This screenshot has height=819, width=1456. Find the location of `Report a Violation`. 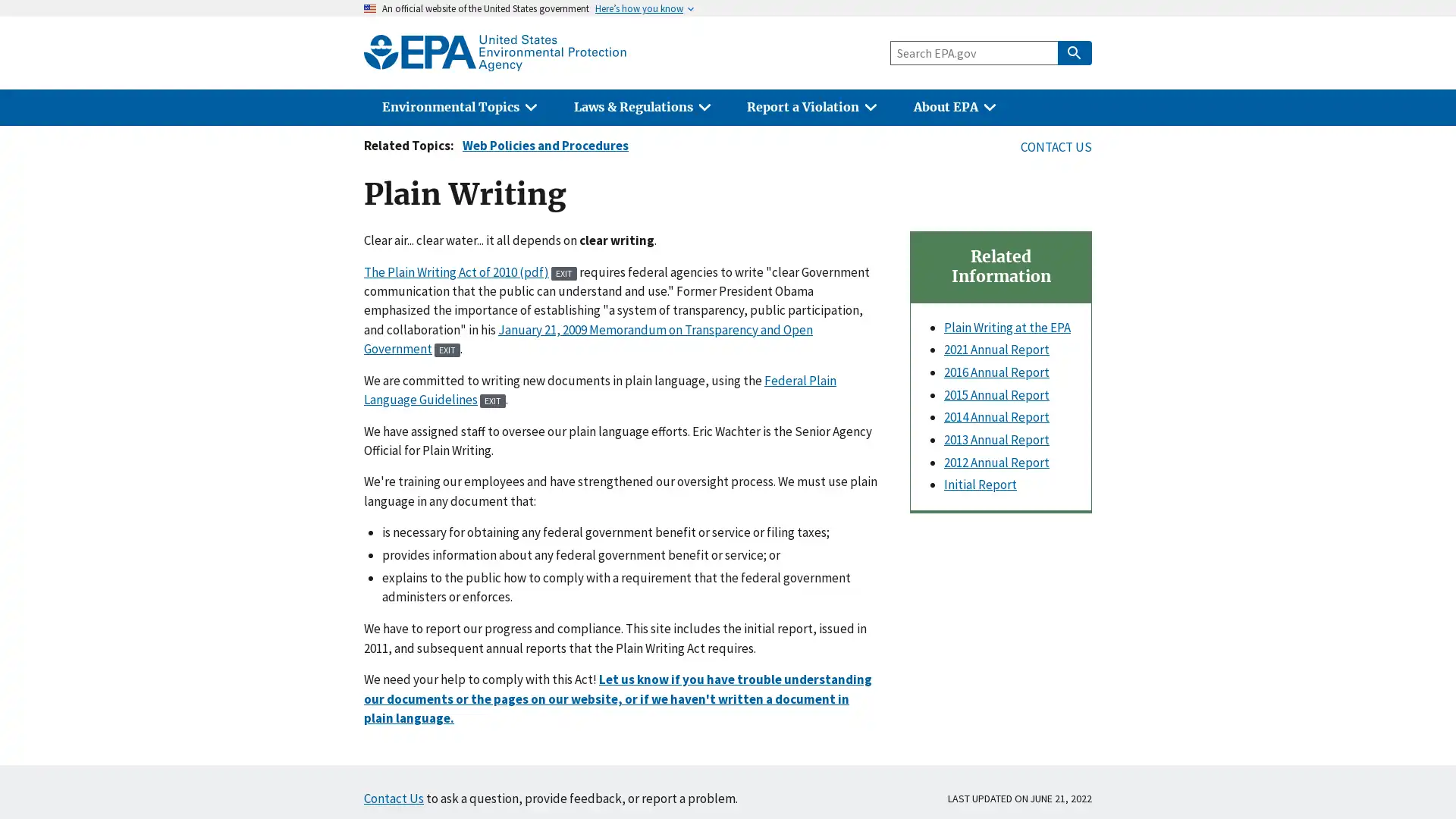

Report a Violation is located at coordinates (811, 107).